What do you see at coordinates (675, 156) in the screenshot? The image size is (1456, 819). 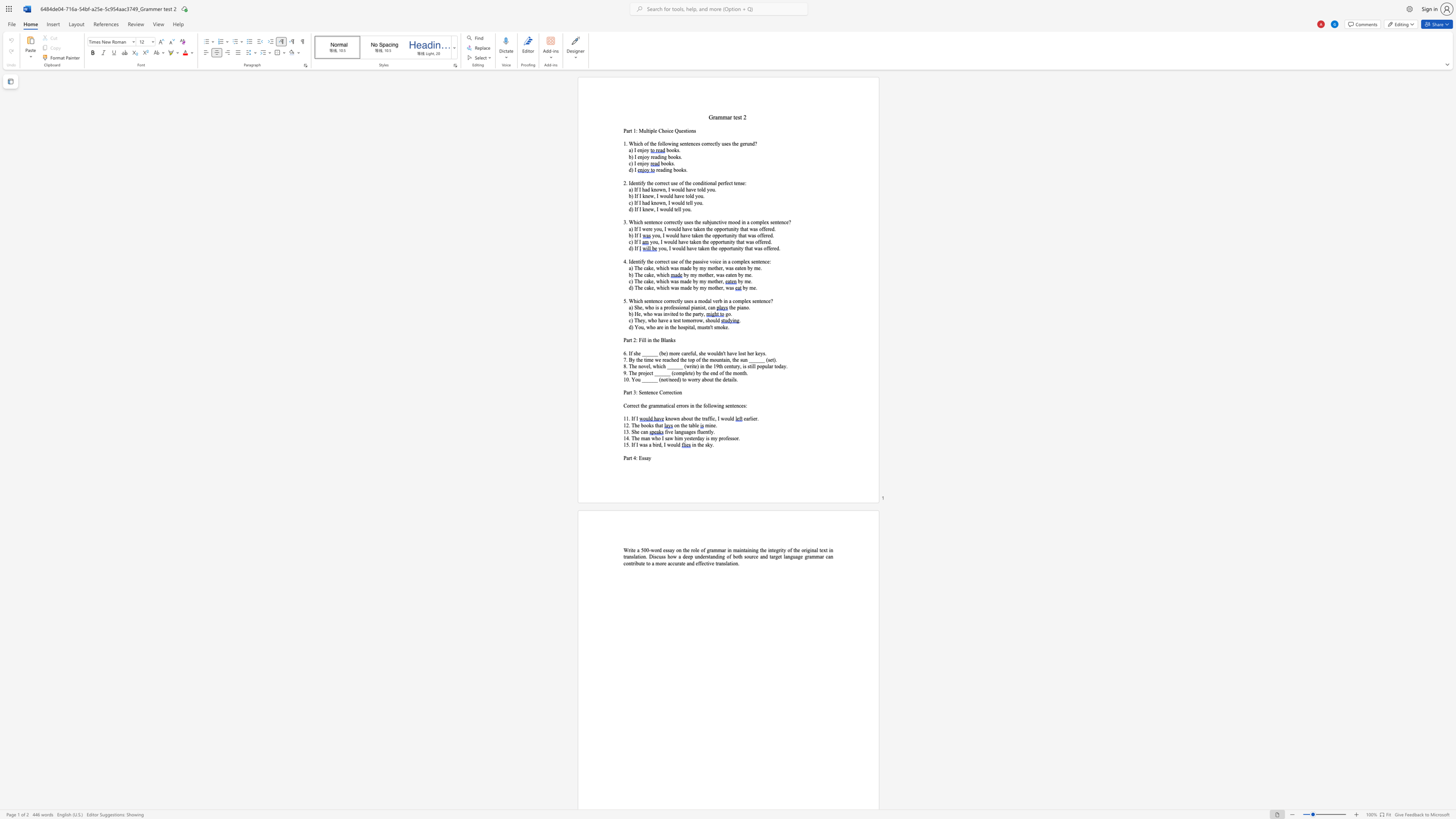 I see `the space between the continuous character "o" and "k" in the text` at bounding box center [675, 156].